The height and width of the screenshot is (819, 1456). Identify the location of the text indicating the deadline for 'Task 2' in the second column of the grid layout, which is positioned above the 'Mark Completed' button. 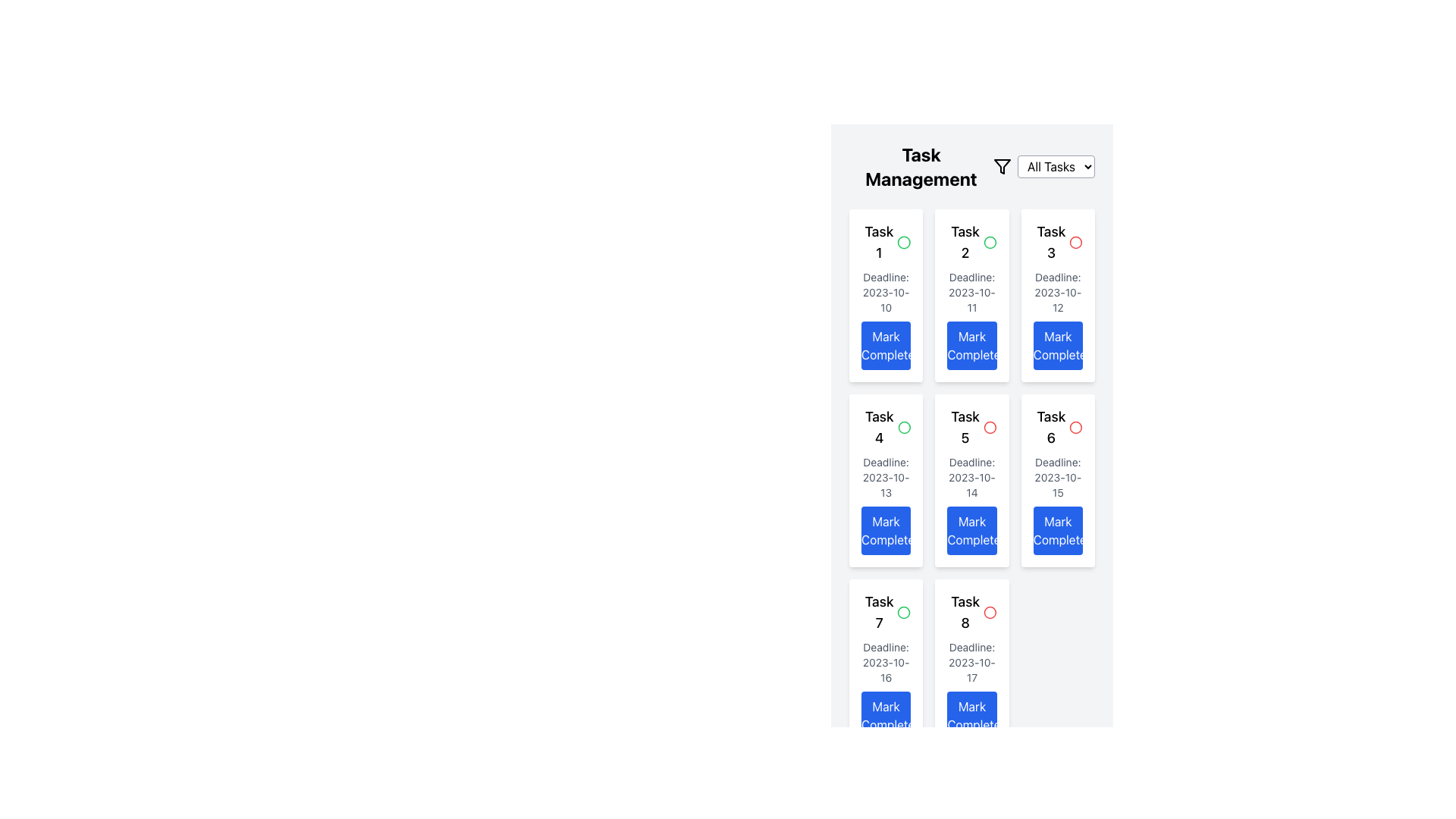
(971, 292).